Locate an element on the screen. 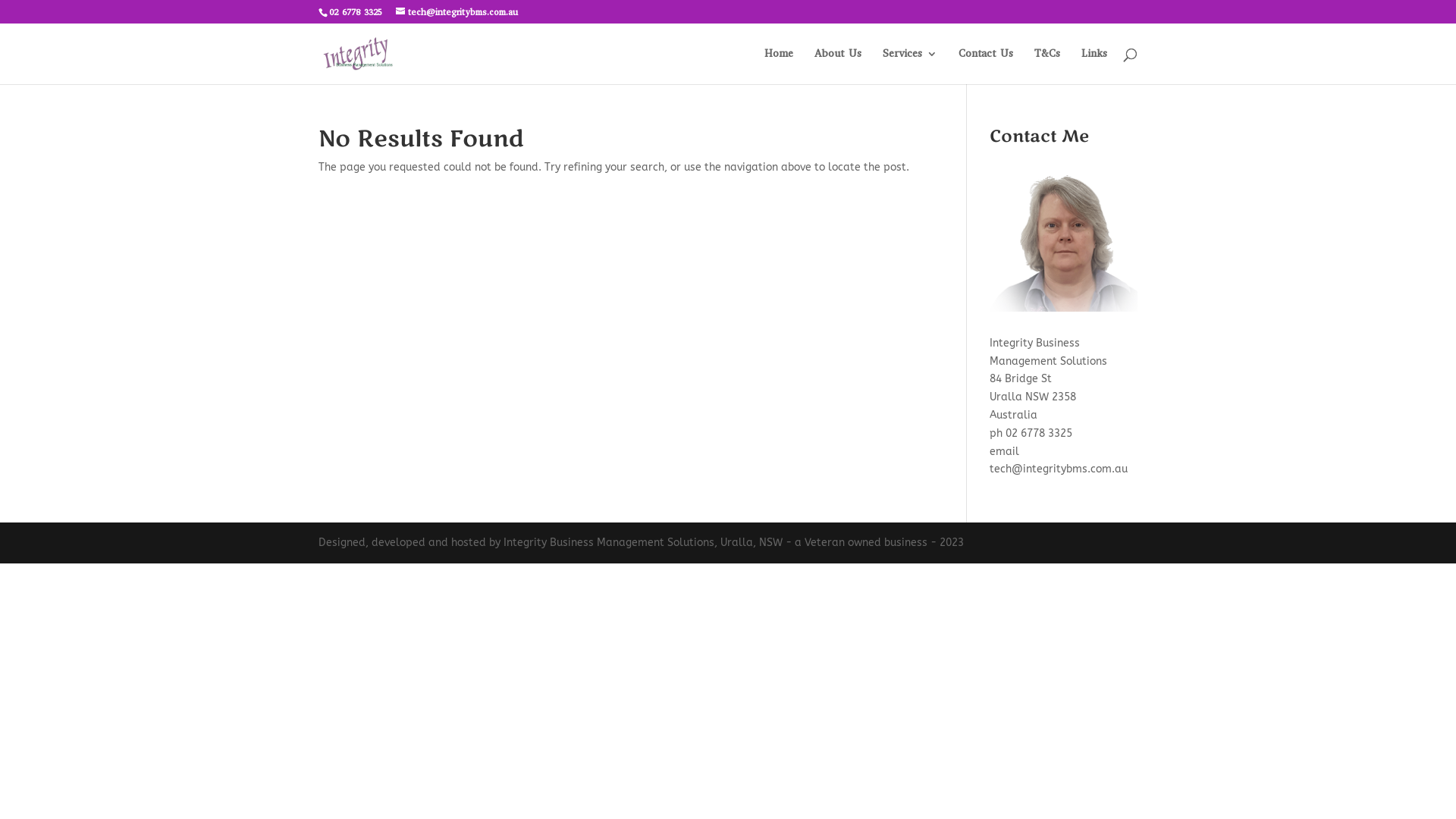 This screenshot has width=1456, height=819. 'tech@integritybms.com.au' is located at coordinates (456, 11).